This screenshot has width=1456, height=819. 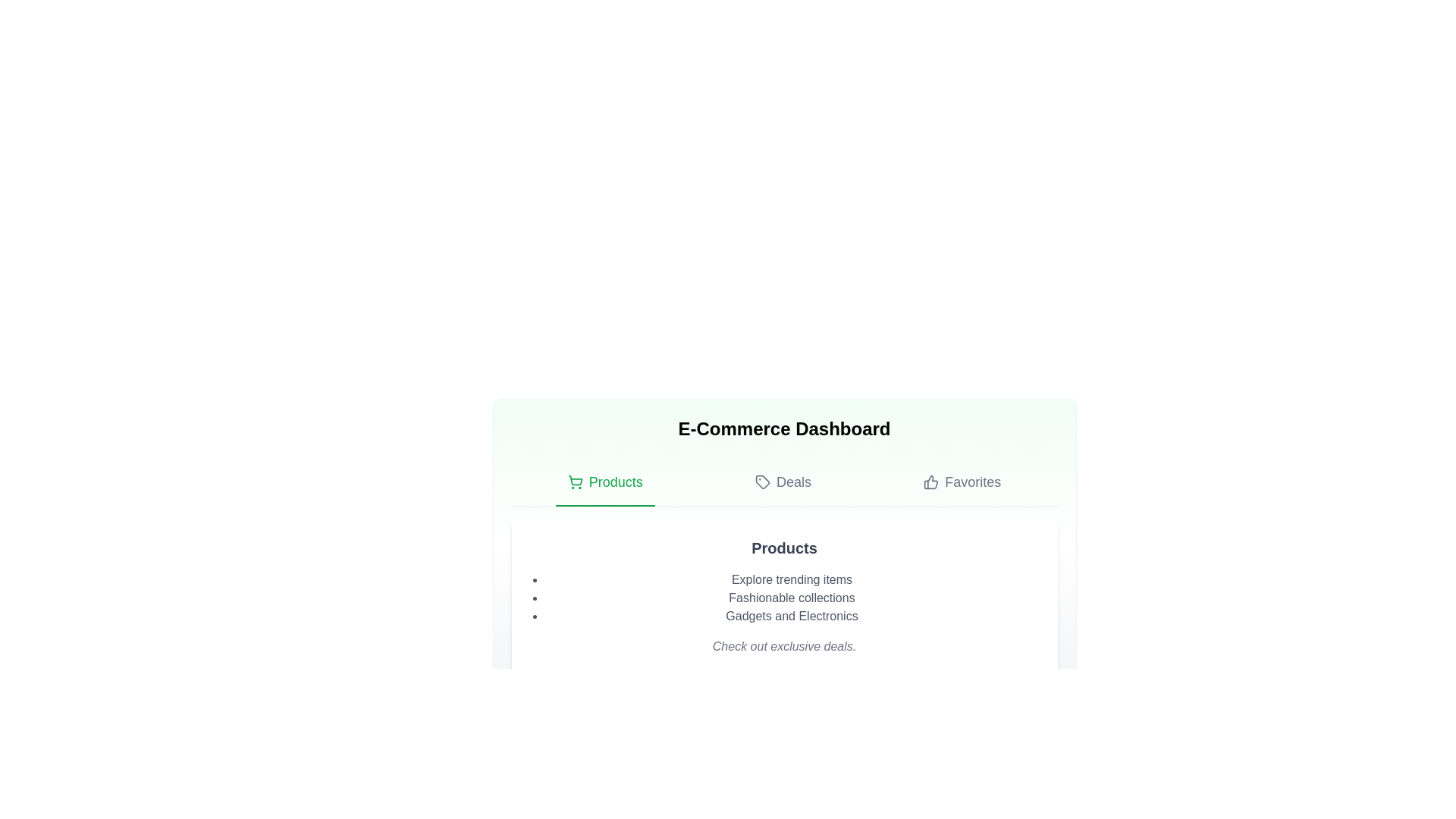 What do you see at coordinates (783, 482) in the screenshot?
I see `the 'Deals' clickable navigation tab, which is a text element with a gray font color and medium font weight, located below the 'E-Commerce Dashboard' header` at bounding box center [783, 482].